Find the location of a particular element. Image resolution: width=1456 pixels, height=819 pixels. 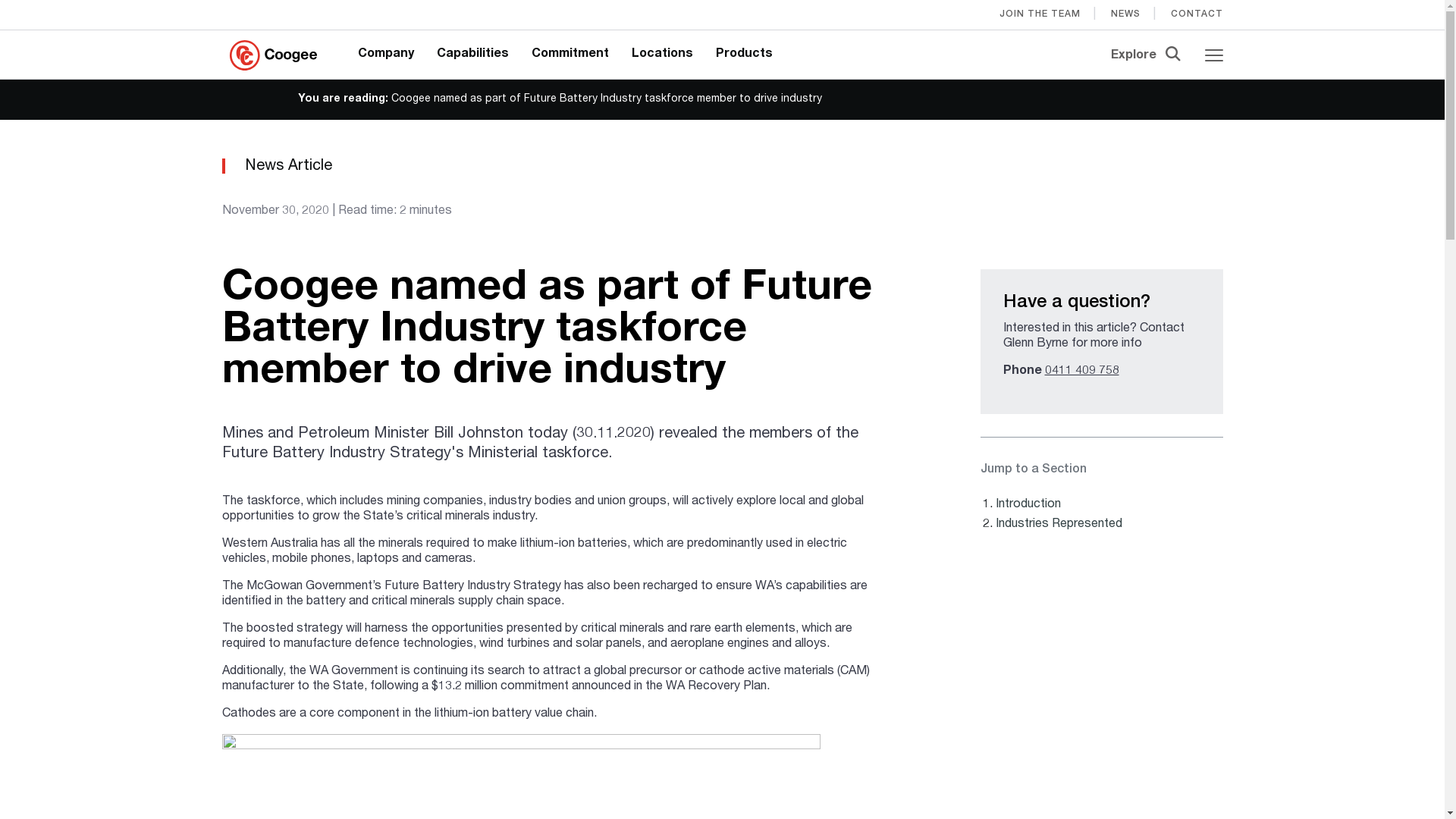

'Commitment' is located at coordinates (570, 54).